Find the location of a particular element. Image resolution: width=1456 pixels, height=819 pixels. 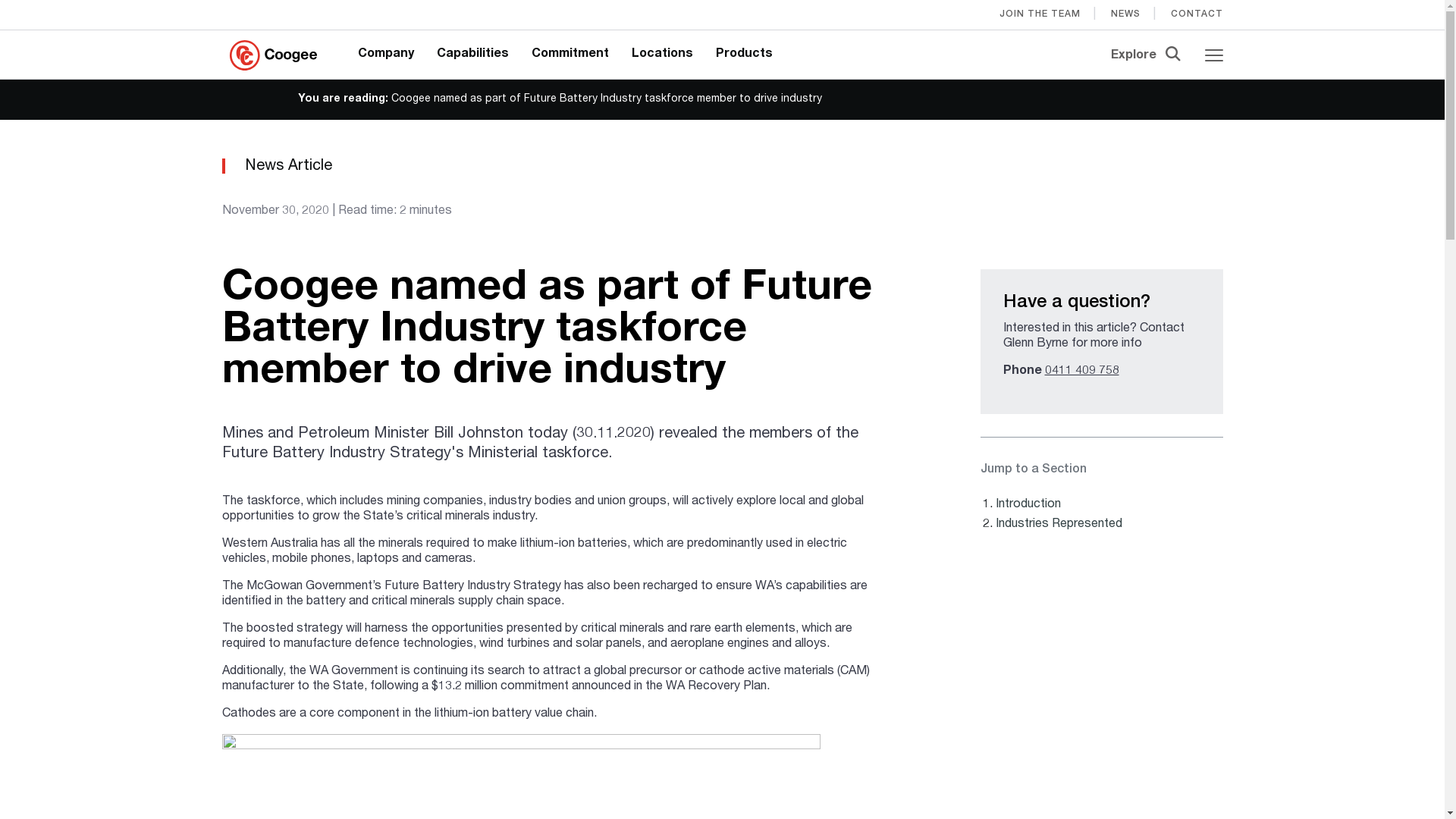

'Commitment' is located at coordinates (570, 54).